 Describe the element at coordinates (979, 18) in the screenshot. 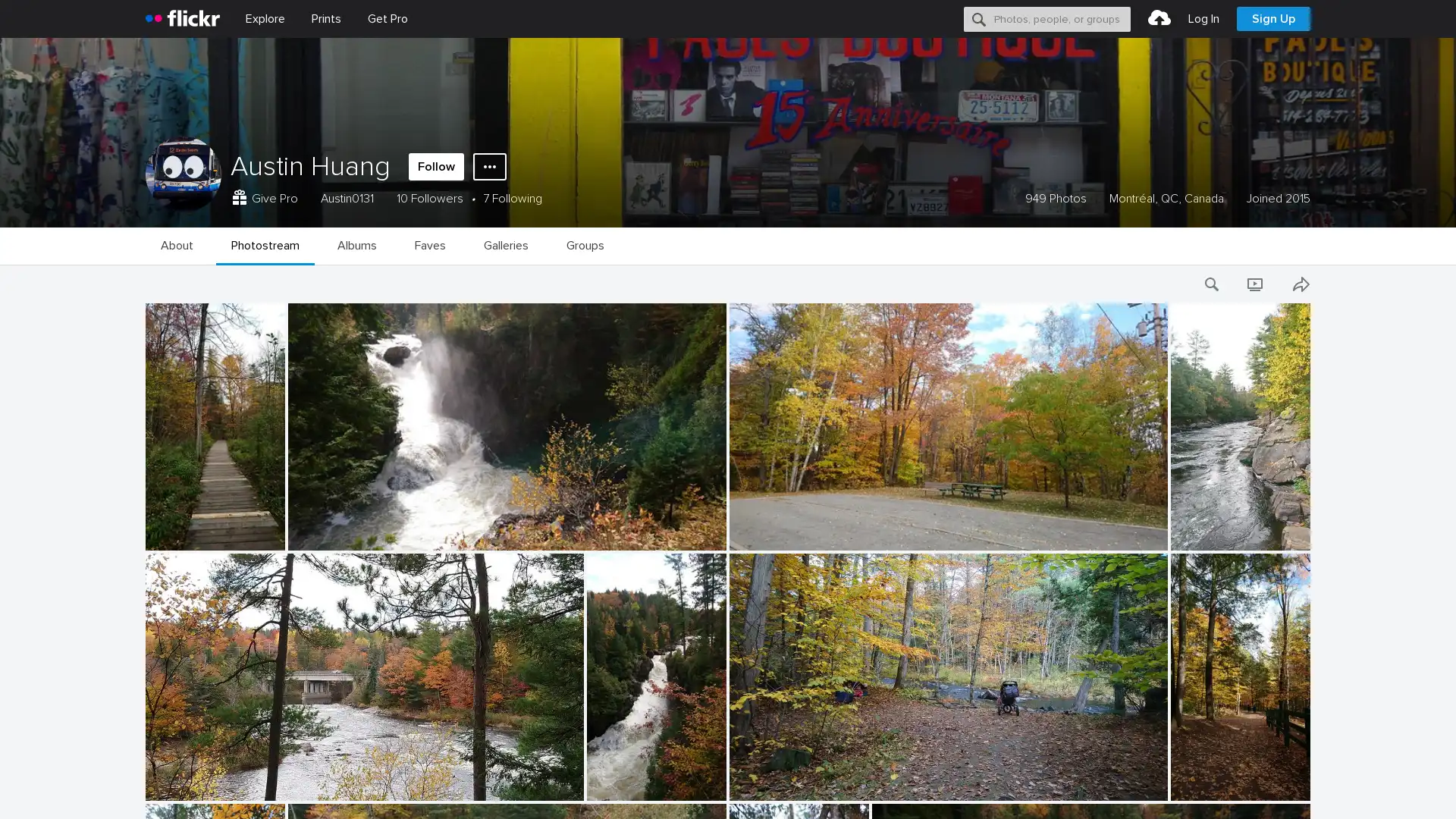

I see `Search` at that location.